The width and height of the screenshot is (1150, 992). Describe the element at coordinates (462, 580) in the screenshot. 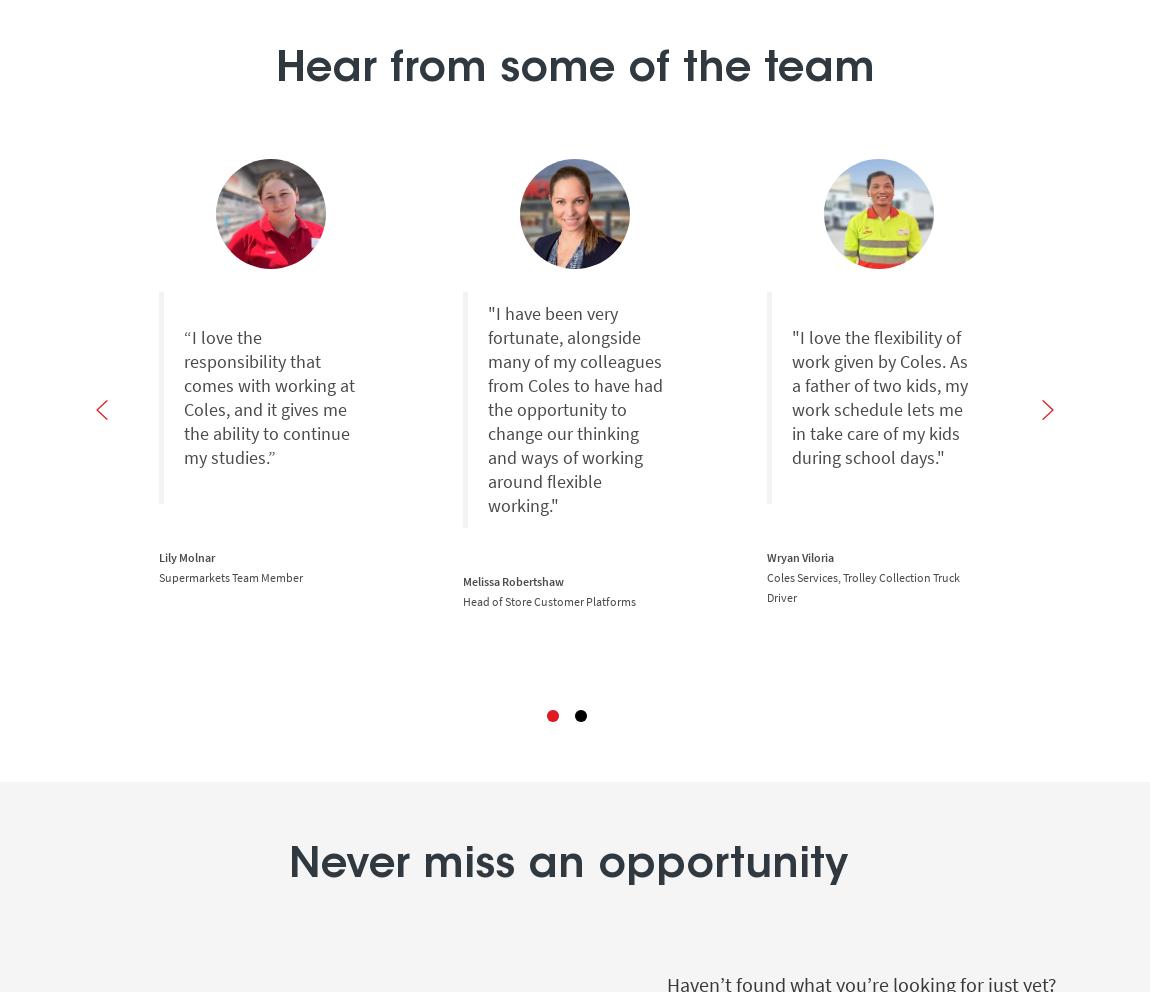

I see `'Melissa Robertshaw'` at that location.